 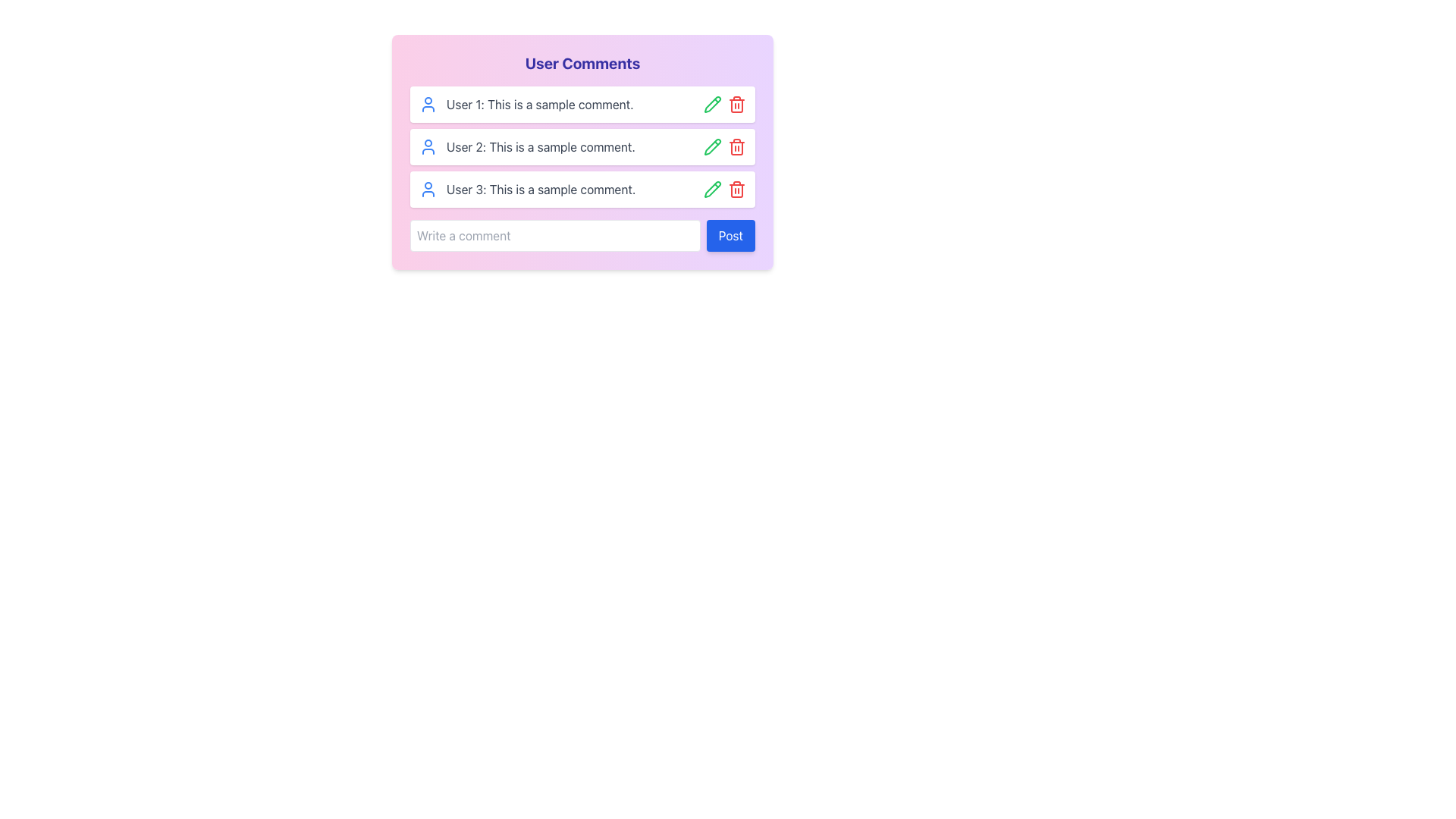 I want to click on the user avatar icon, which is the second user icon next to the comment 'User 2: This is a sample comment.', so click(x=428, y=146).